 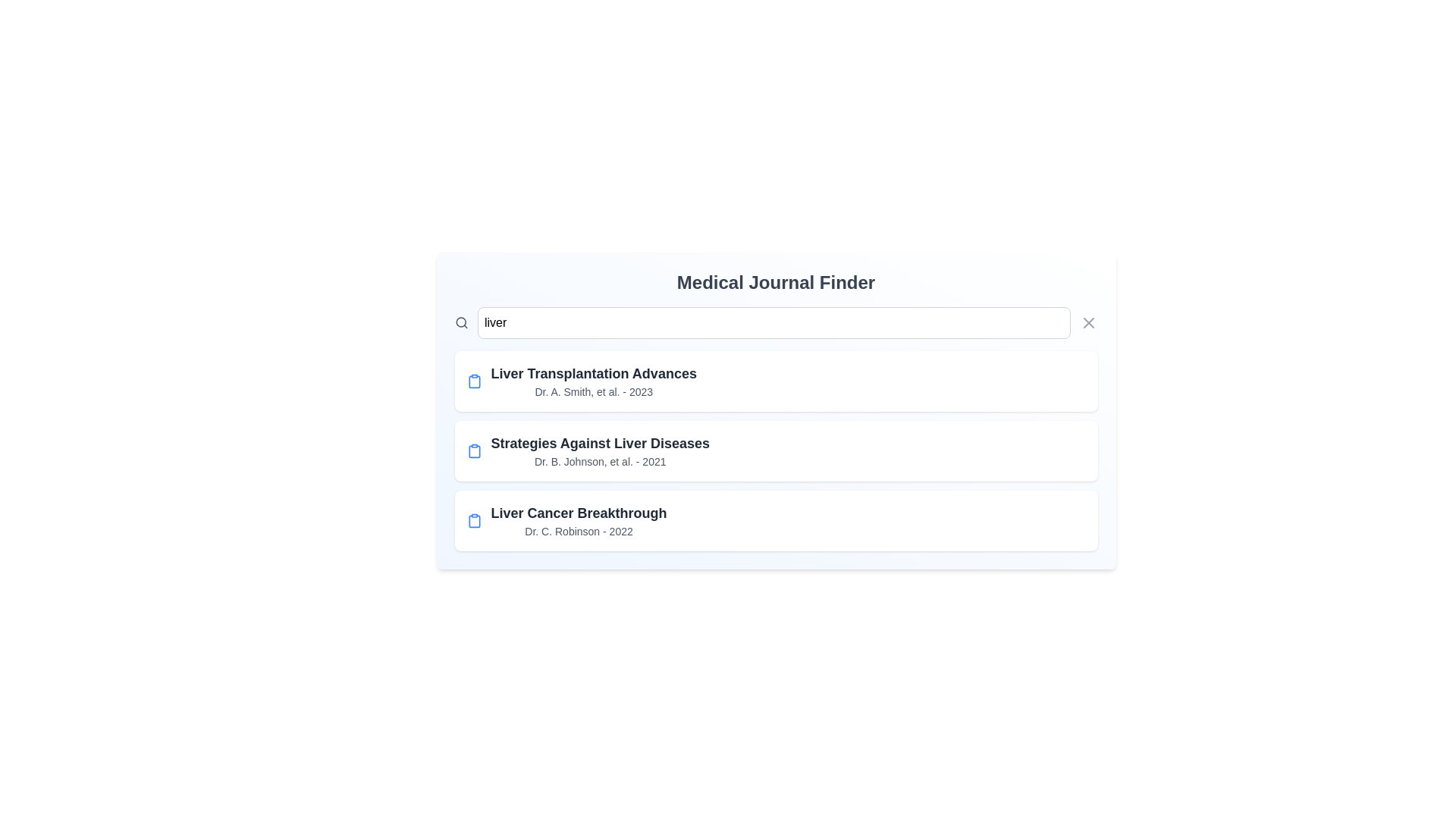 What do you see at coordinates (776, 519) in the screenshot?
I see `the journal entry titled 'Liver Cancer Breakthrough'` at bounding box center [776, 519].